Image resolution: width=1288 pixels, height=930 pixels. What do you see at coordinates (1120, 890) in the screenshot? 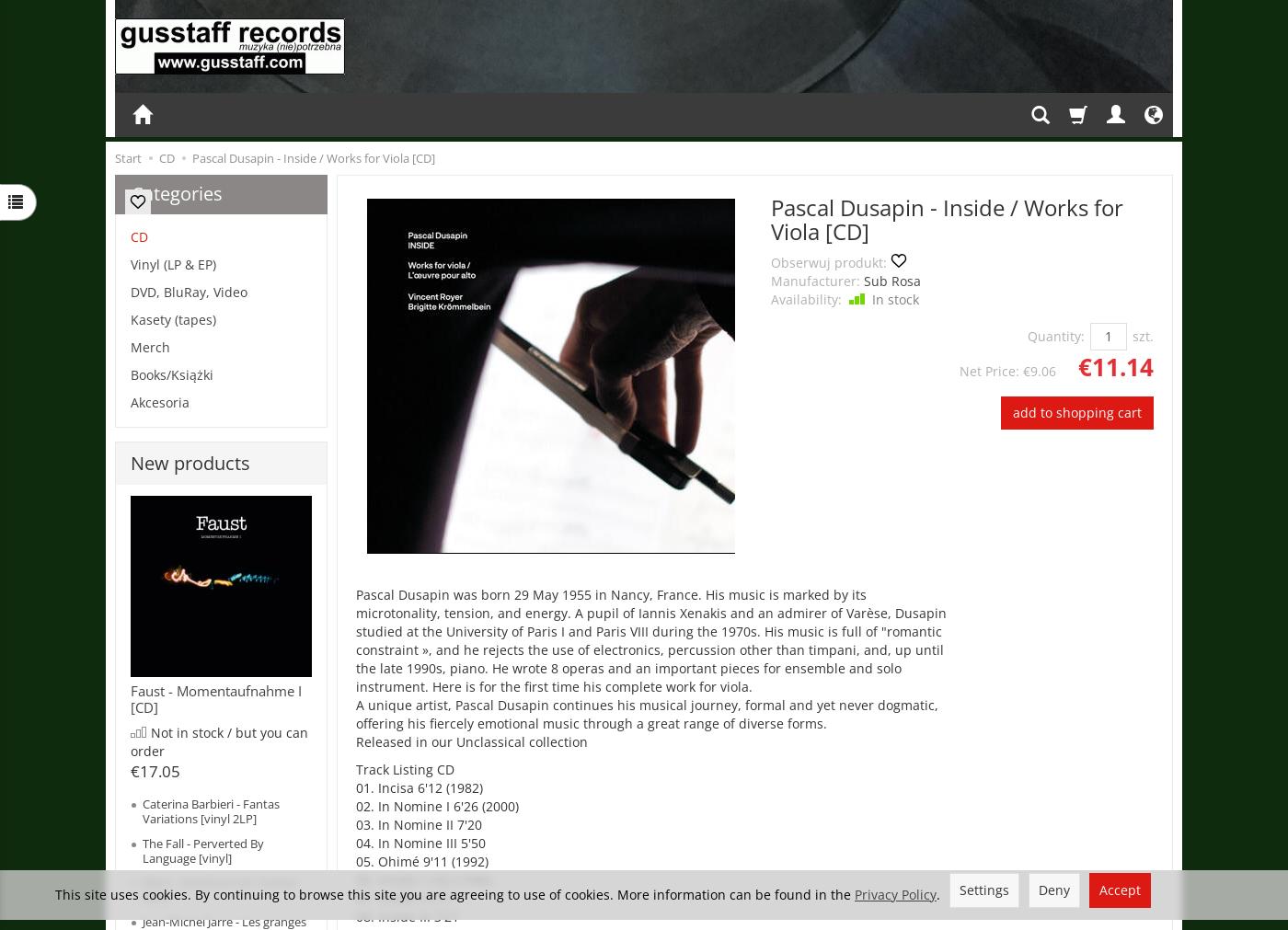
I see `'Accept'` at bounding box center [1120, 890].